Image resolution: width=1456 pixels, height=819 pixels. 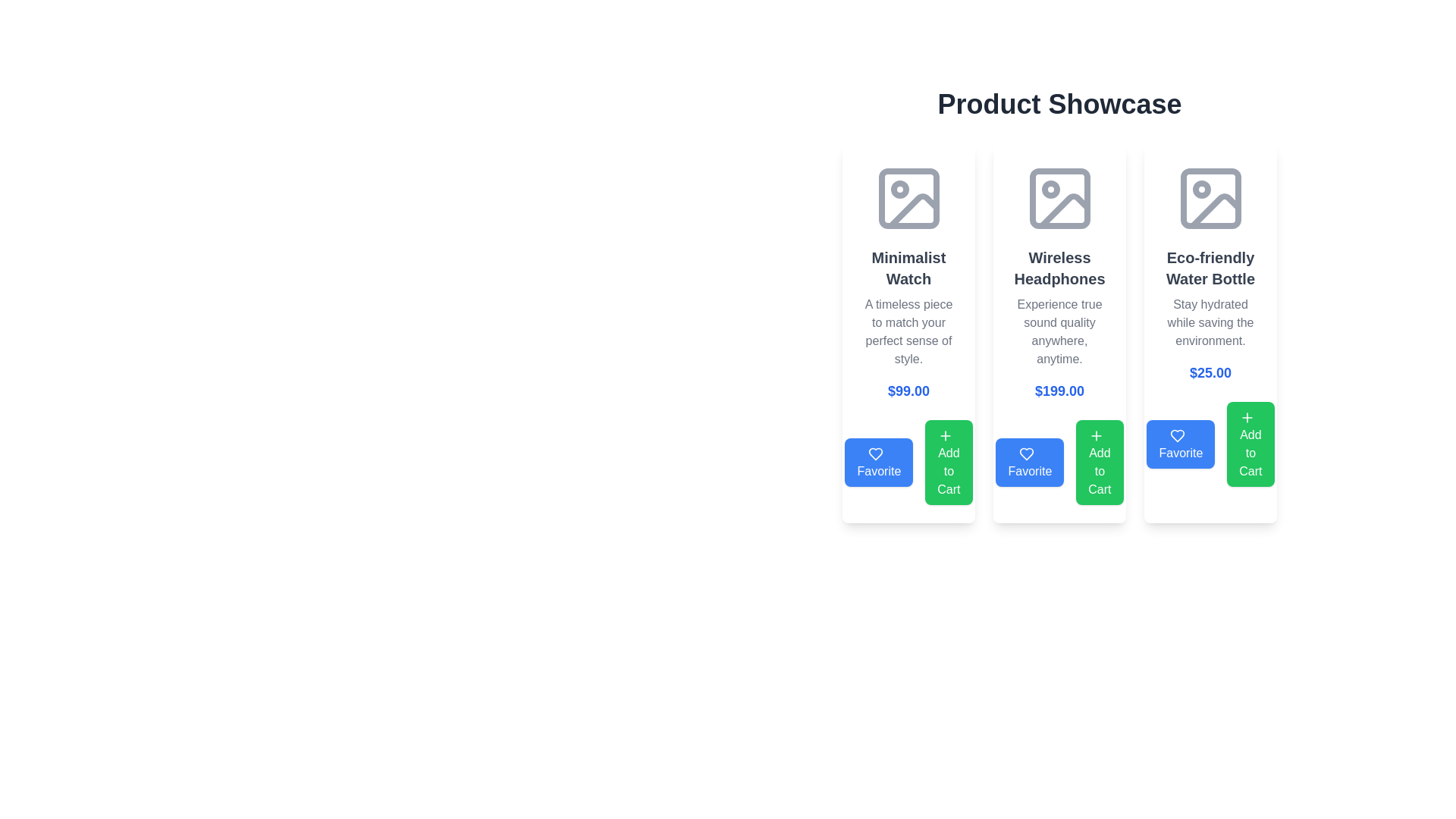 I want to click on the heart icon within the 'Favorite' button on the 'Wireless Headphones' product card to favorite/unfavorite the associated item, so click(x=1027, y=453).